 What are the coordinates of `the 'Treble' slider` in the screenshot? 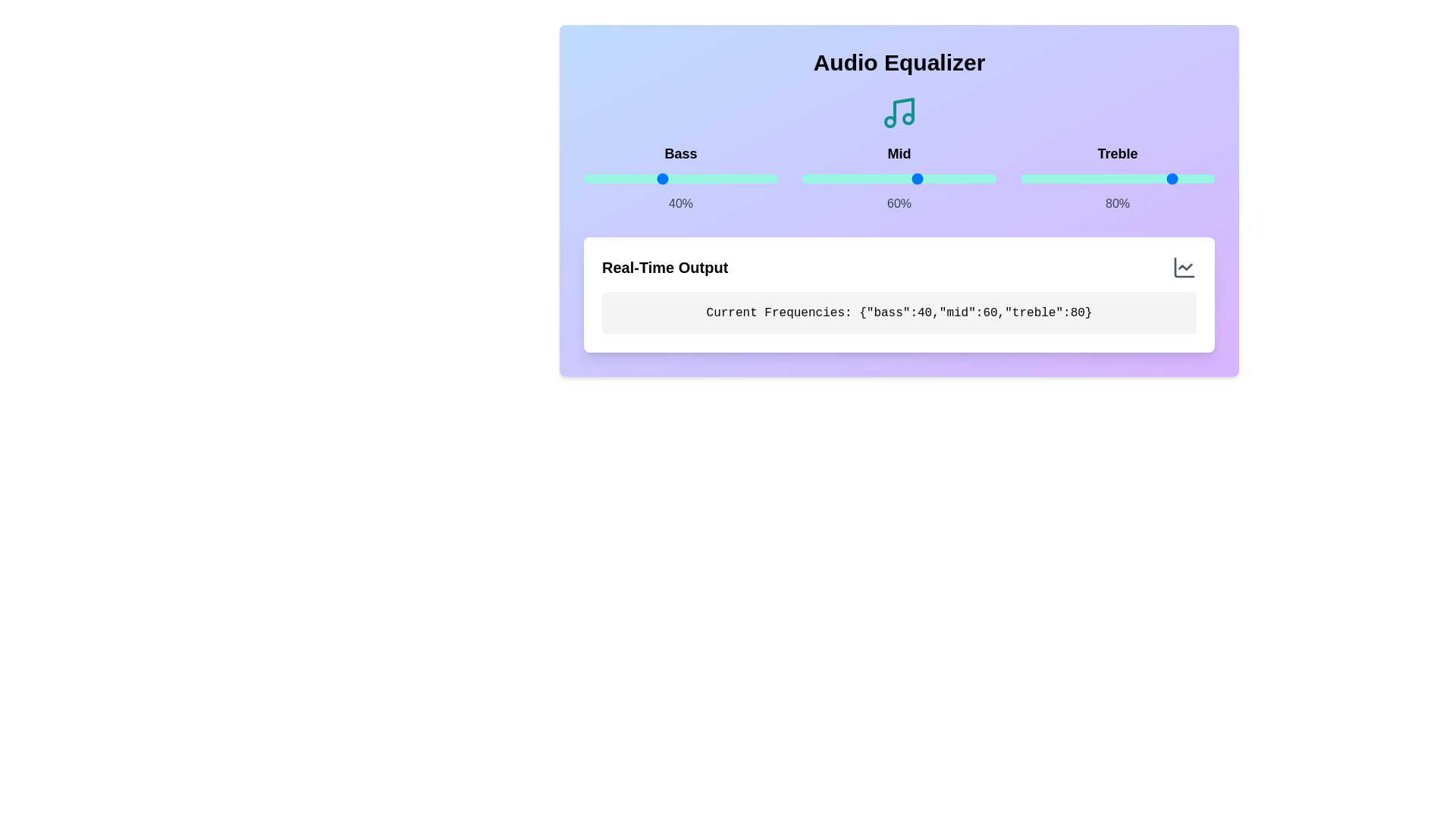 It's located at (1022, 177).